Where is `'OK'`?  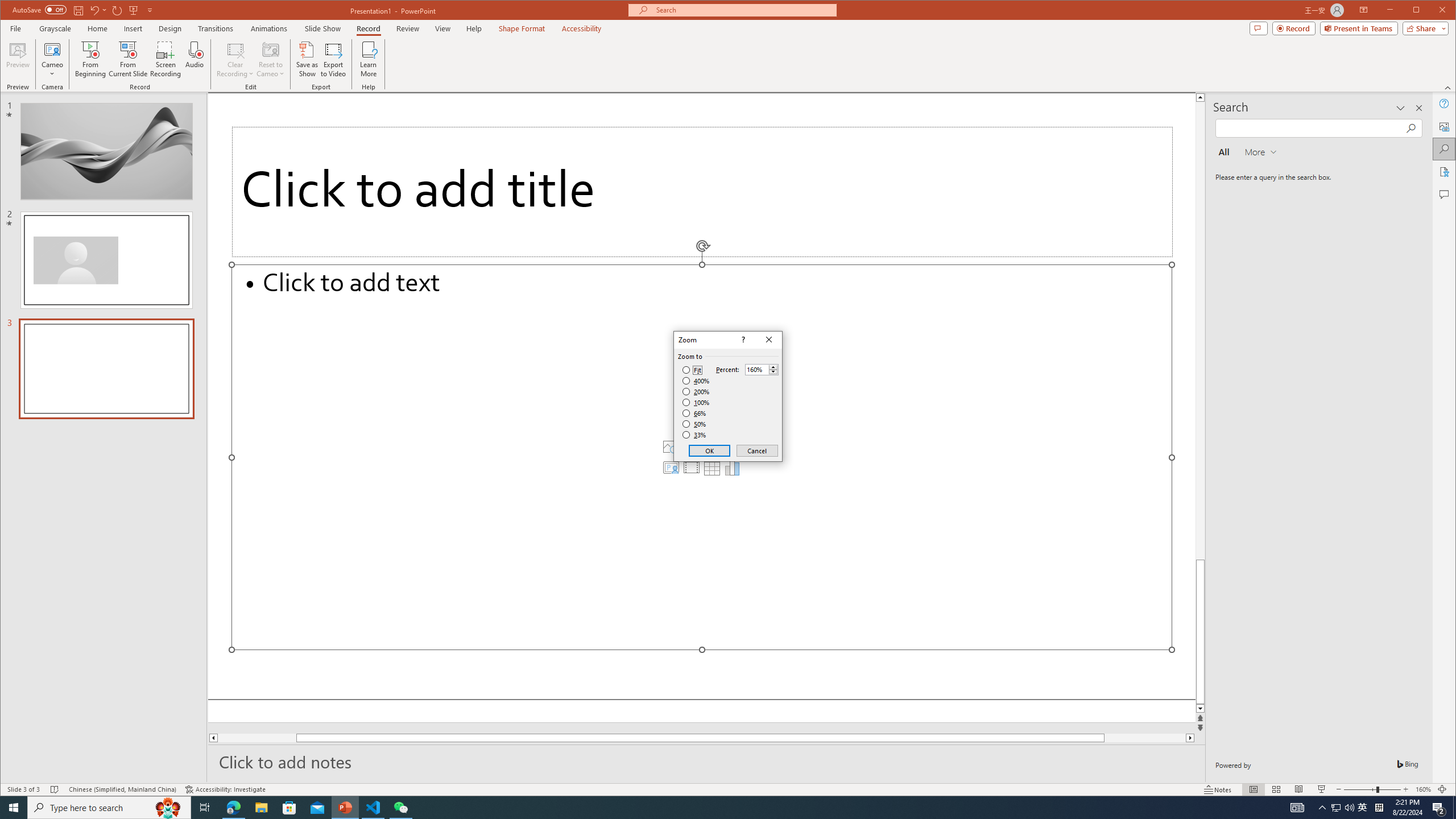 'OK' is located at coordinates (709, 450).